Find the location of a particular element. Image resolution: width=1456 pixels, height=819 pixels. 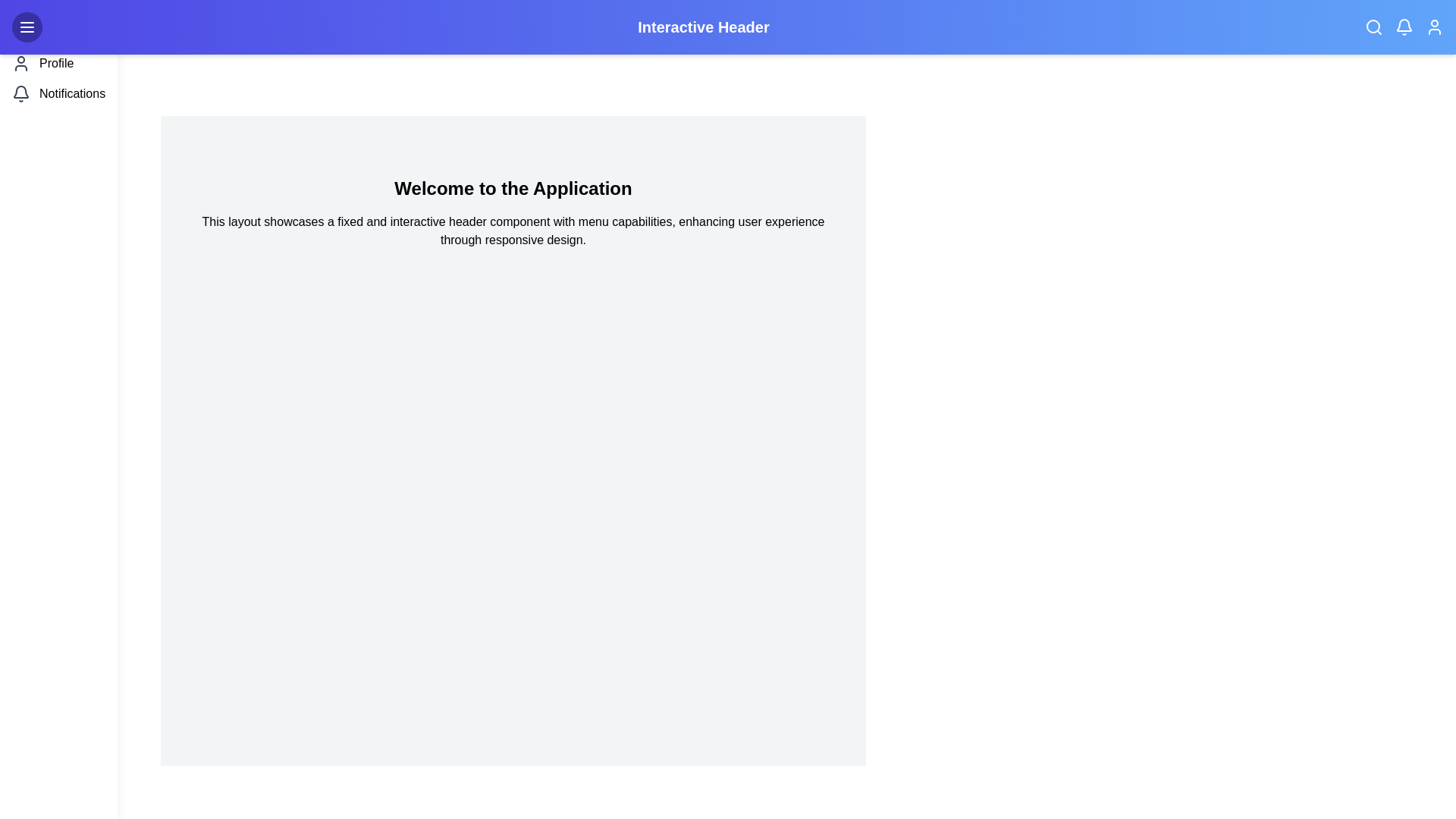

the user profile silhouette icon located in the upper left sidebar before the label text 'Profile' is located at coordinates (21, 63).